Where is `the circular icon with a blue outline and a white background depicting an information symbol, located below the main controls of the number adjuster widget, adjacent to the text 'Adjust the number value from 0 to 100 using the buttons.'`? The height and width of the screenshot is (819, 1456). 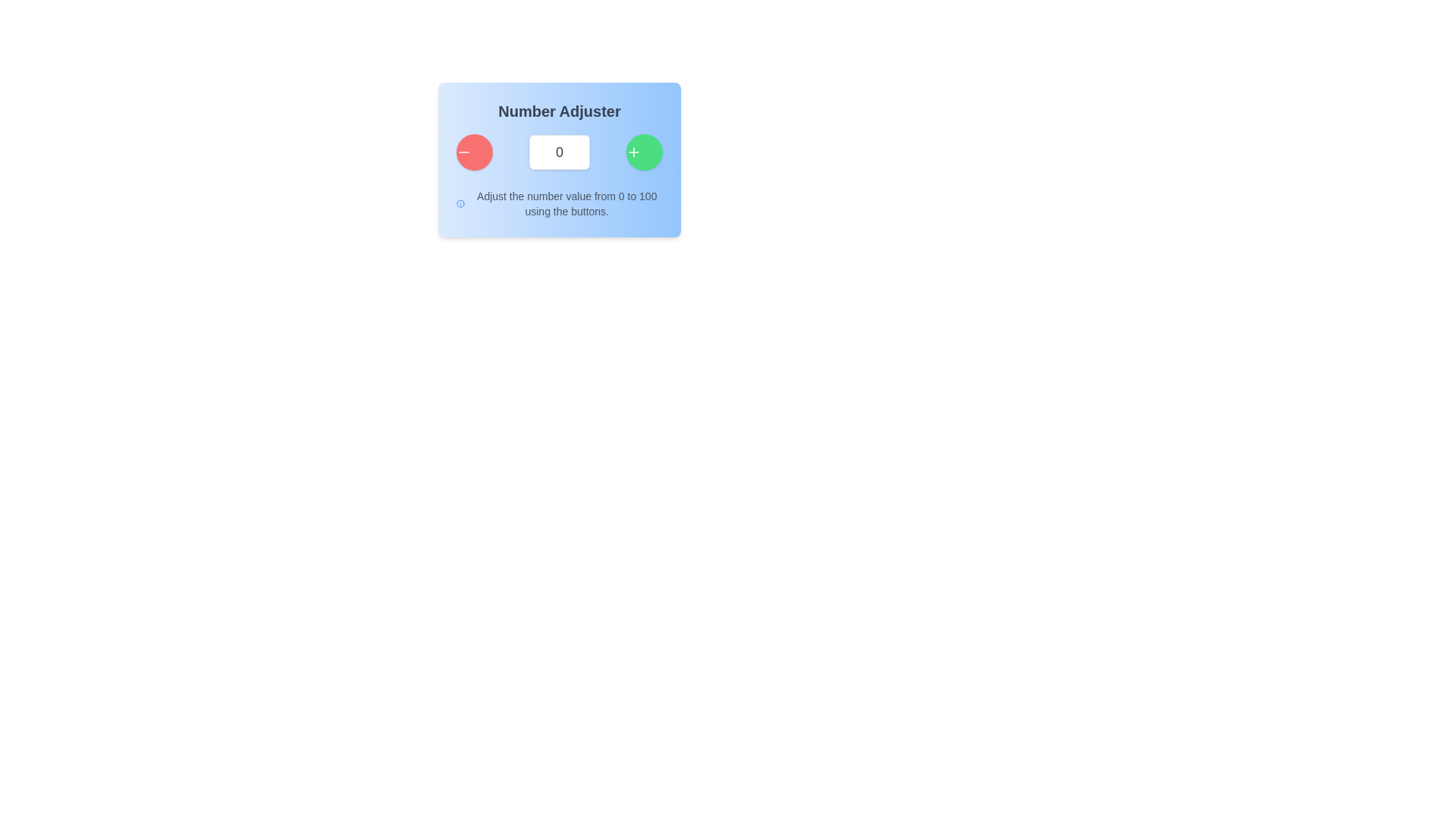
the circular icon with a blue outline and a white background depicting an information symbol, located below the main controls of the number adjuster widget, adjacent to the text 'Adjust the number value from 0 to 100 using the buttons.' is located at coordinates (460, 203).